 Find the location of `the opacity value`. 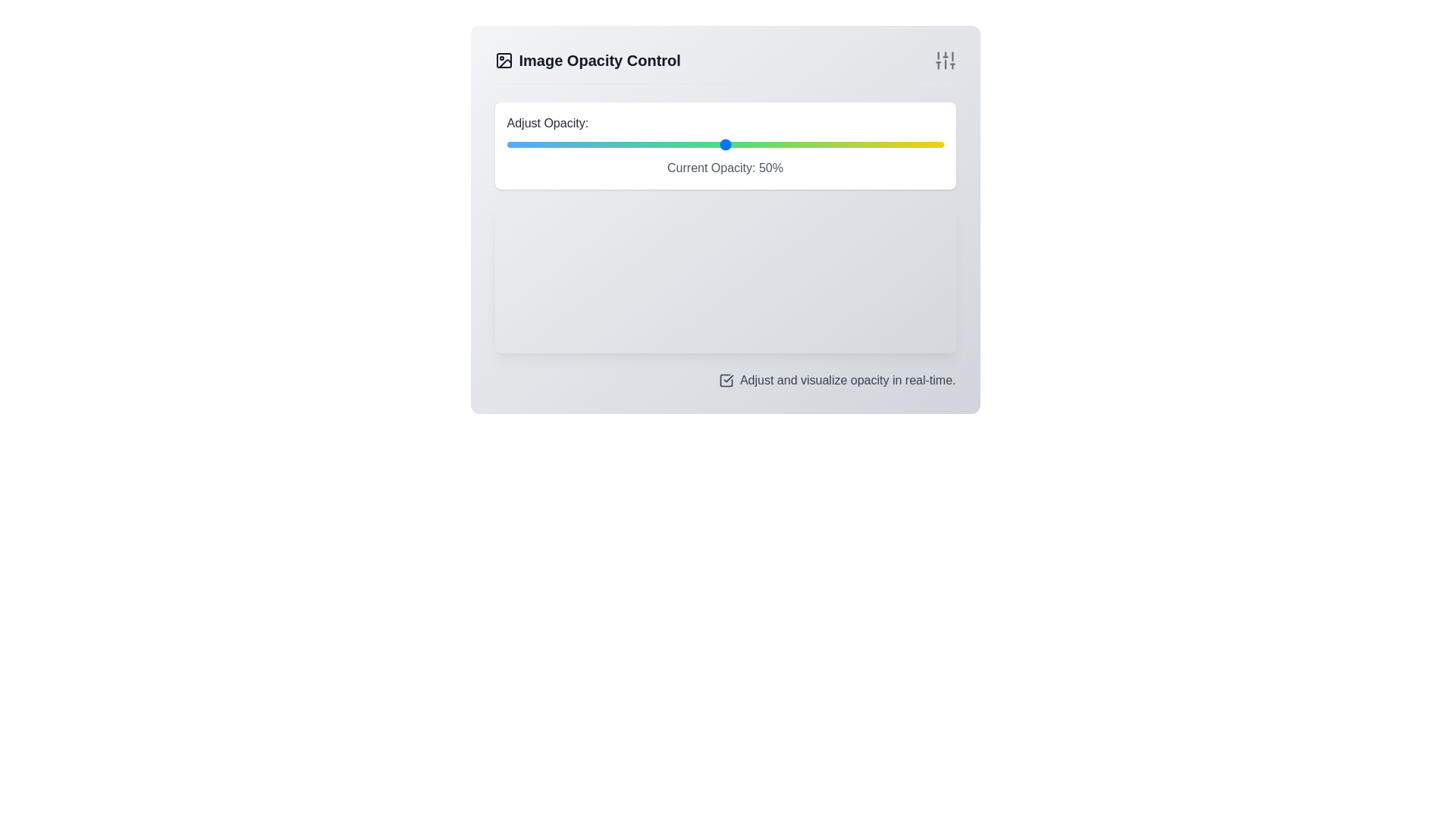

the opacity value is located at coordinates (511, 145).